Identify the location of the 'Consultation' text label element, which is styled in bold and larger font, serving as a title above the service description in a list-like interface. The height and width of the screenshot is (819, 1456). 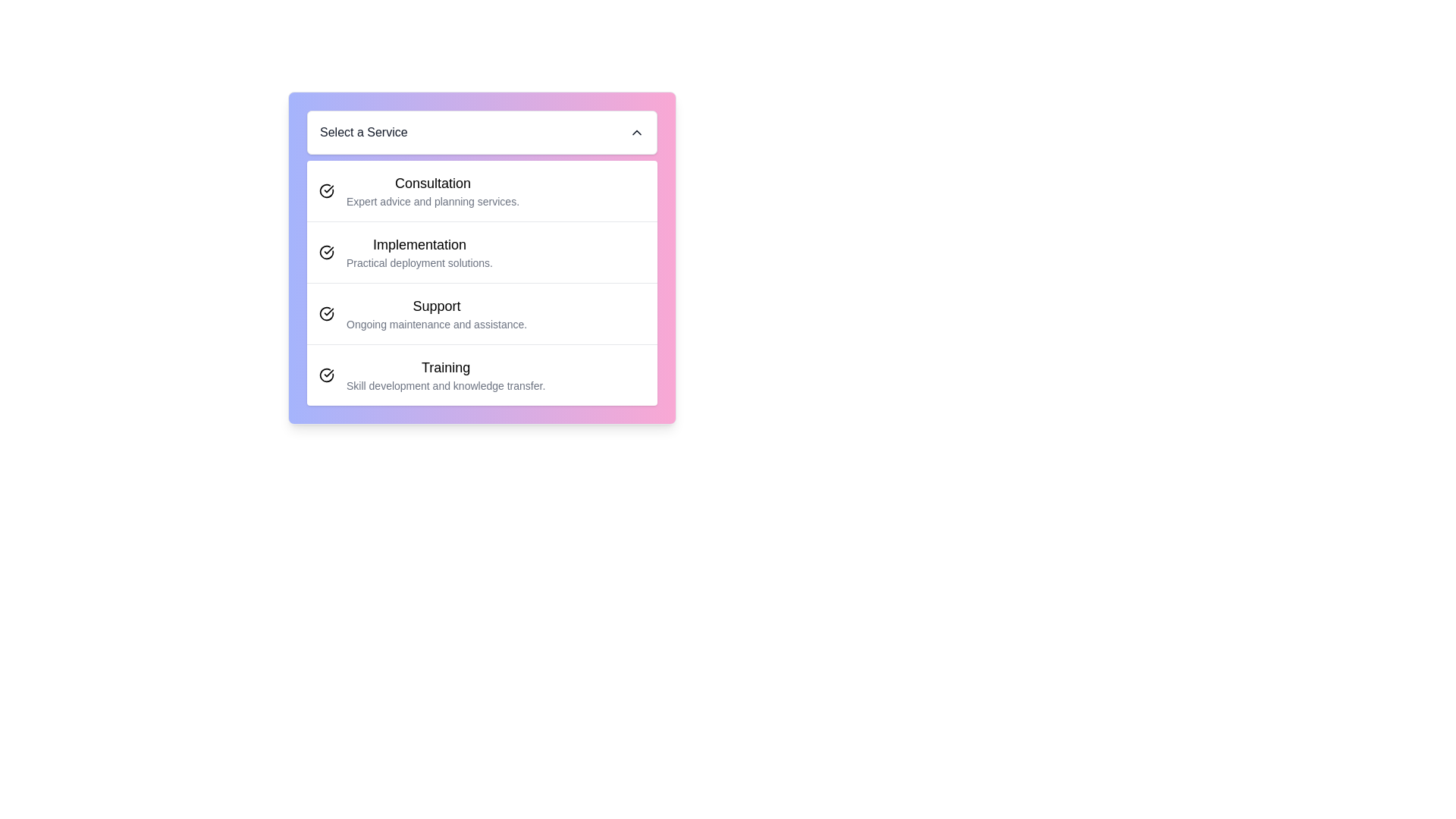
(432, 183).